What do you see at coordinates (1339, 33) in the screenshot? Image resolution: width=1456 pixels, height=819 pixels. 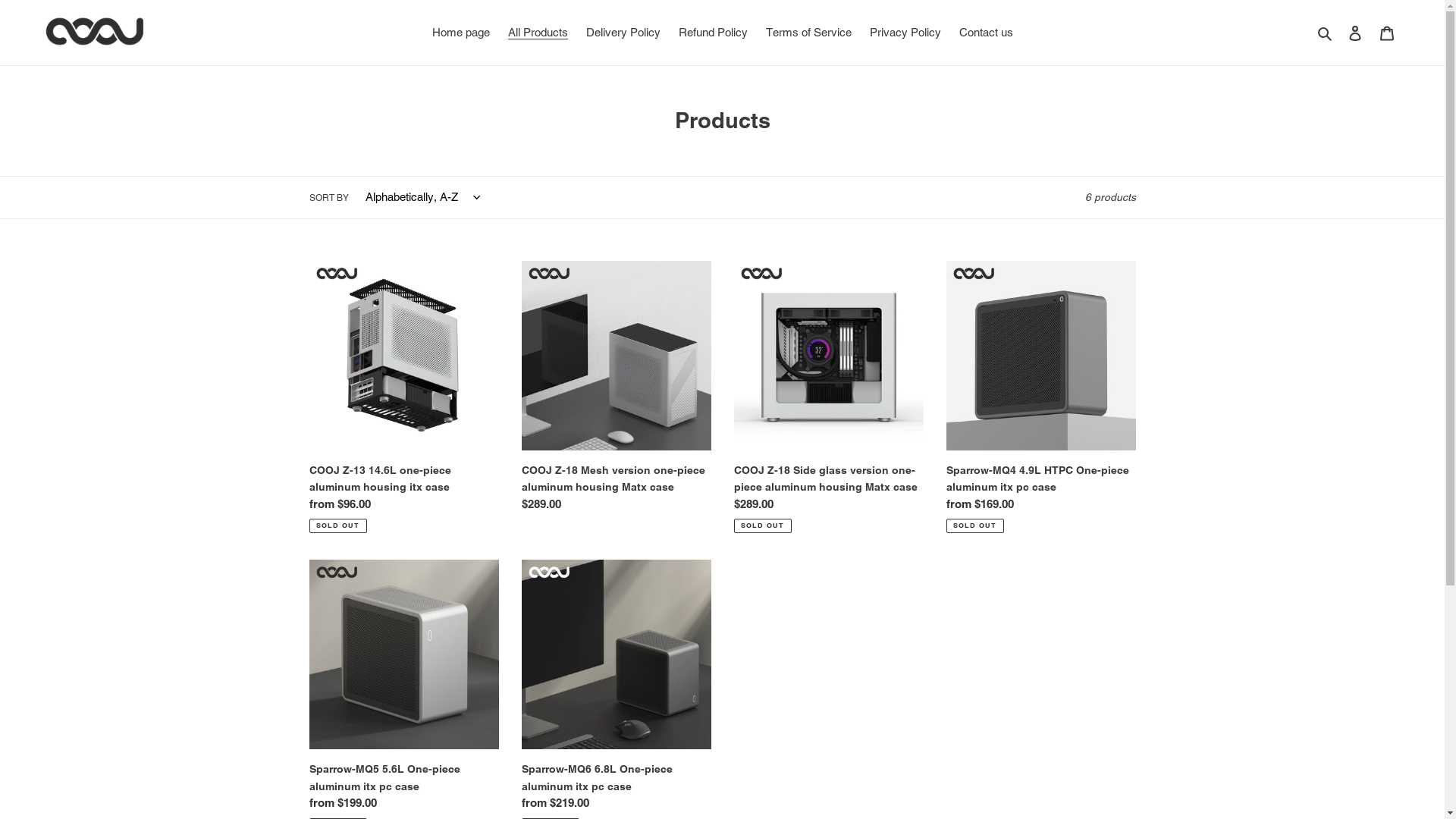 I see `'Log in'` at bounding box center [1339, 33].